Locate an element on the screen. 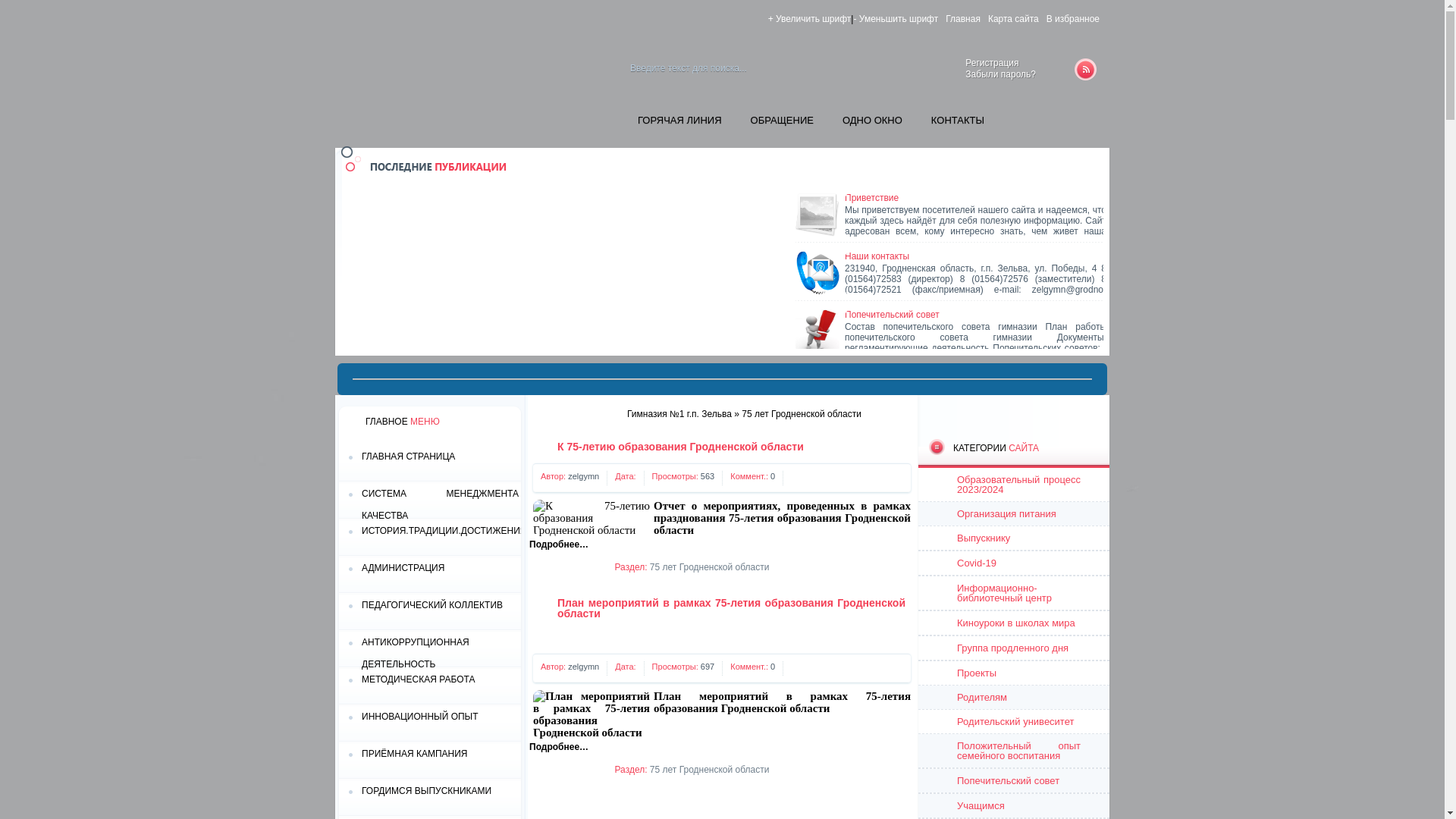 This screenshot has height=819, width=1456. 'Covid-19' is located at coordinates (1014, 563).